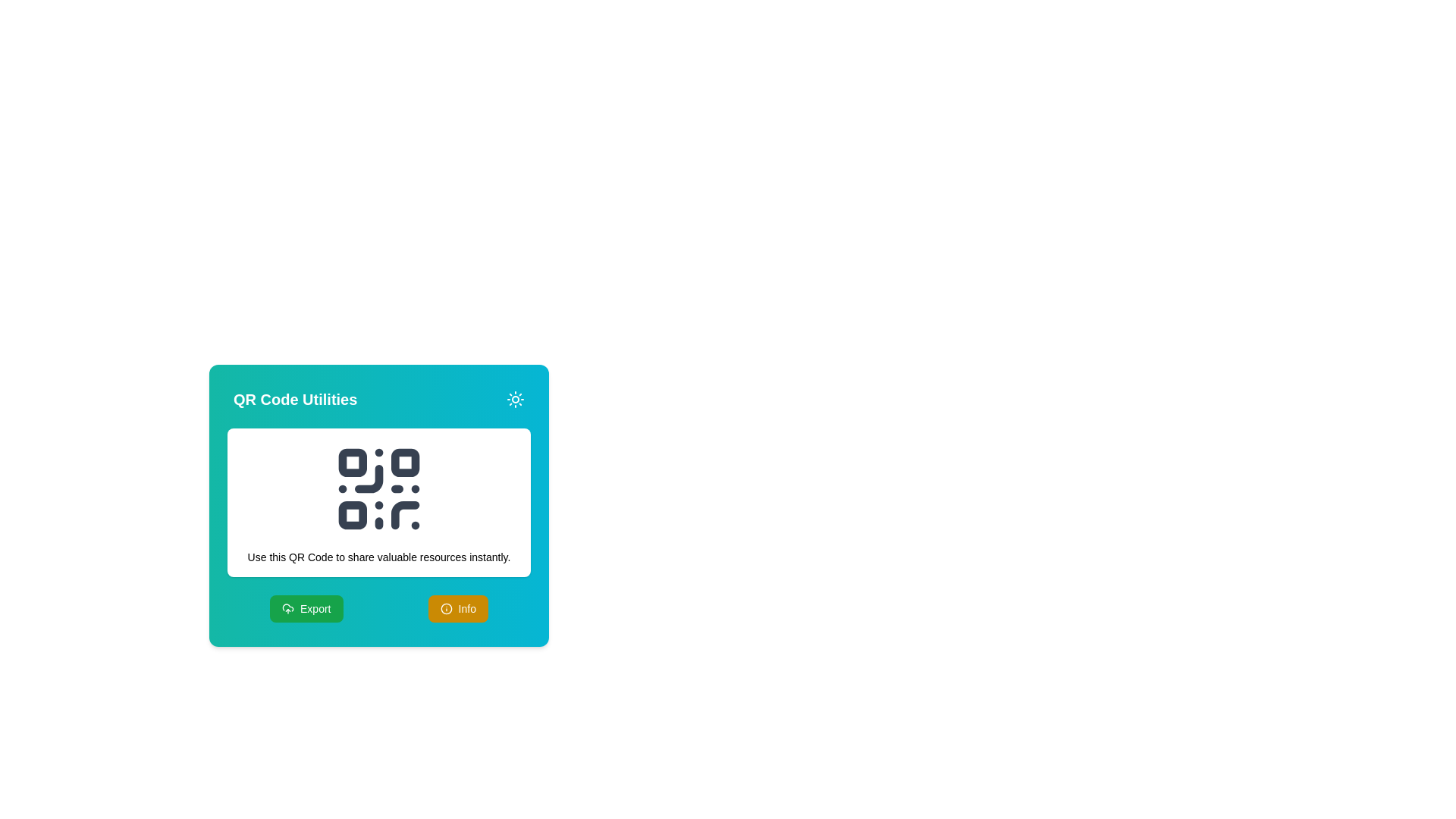 The image size is (1456, 819). I want to click on the dark rectangular block with rounded corners that is the third small block in the QR code-like symbol, located towards the bottom left of the QR code grid, so click(352, 514).